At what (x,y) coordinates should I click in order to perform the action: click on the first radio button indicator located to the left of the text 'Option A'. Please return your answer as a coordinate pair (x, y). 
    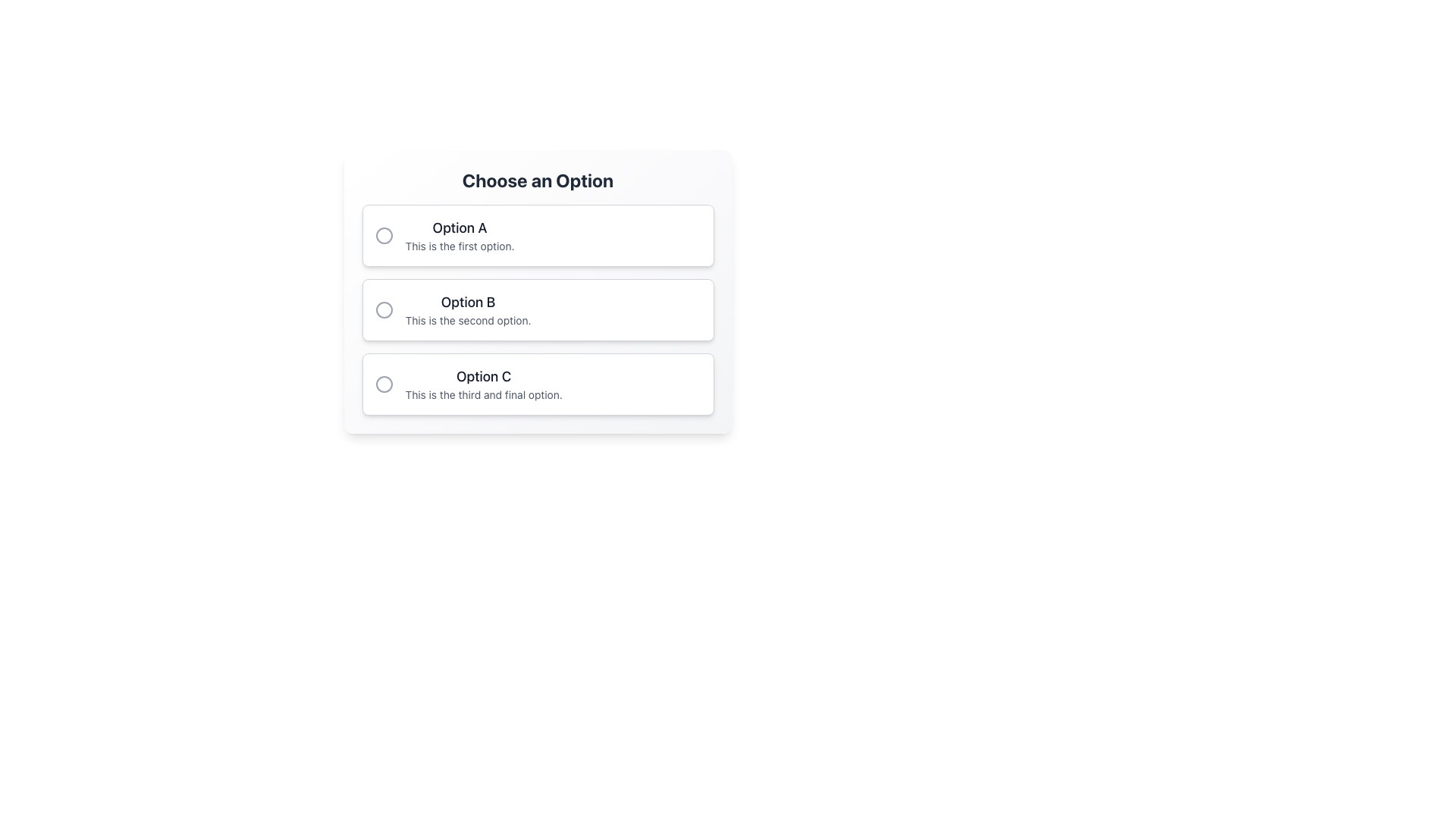
    Looking at the image, I should click on (384, 236).